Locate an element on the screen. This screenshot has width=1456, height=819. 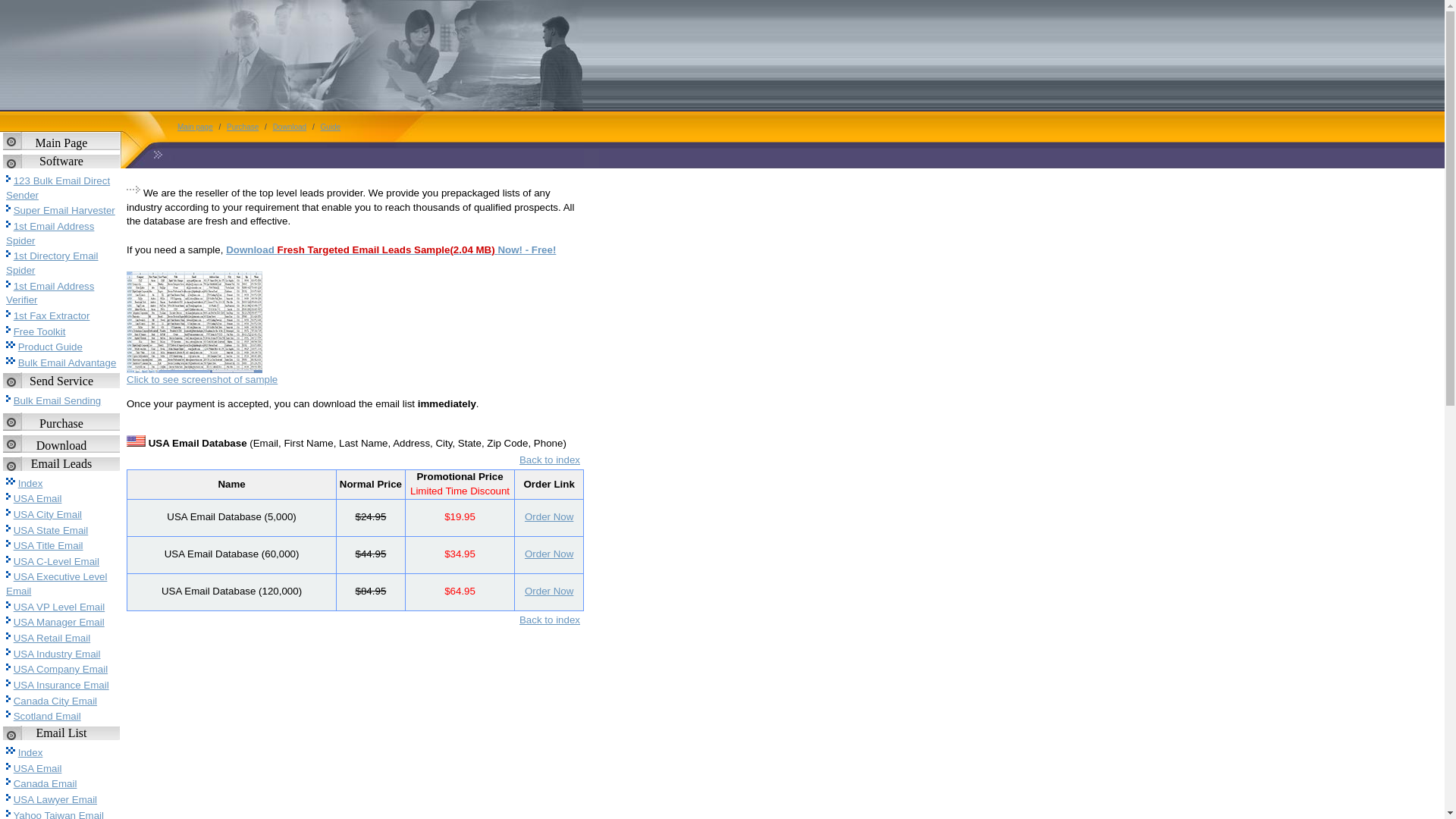
'Back to index' is located at coordinates (548, 620).